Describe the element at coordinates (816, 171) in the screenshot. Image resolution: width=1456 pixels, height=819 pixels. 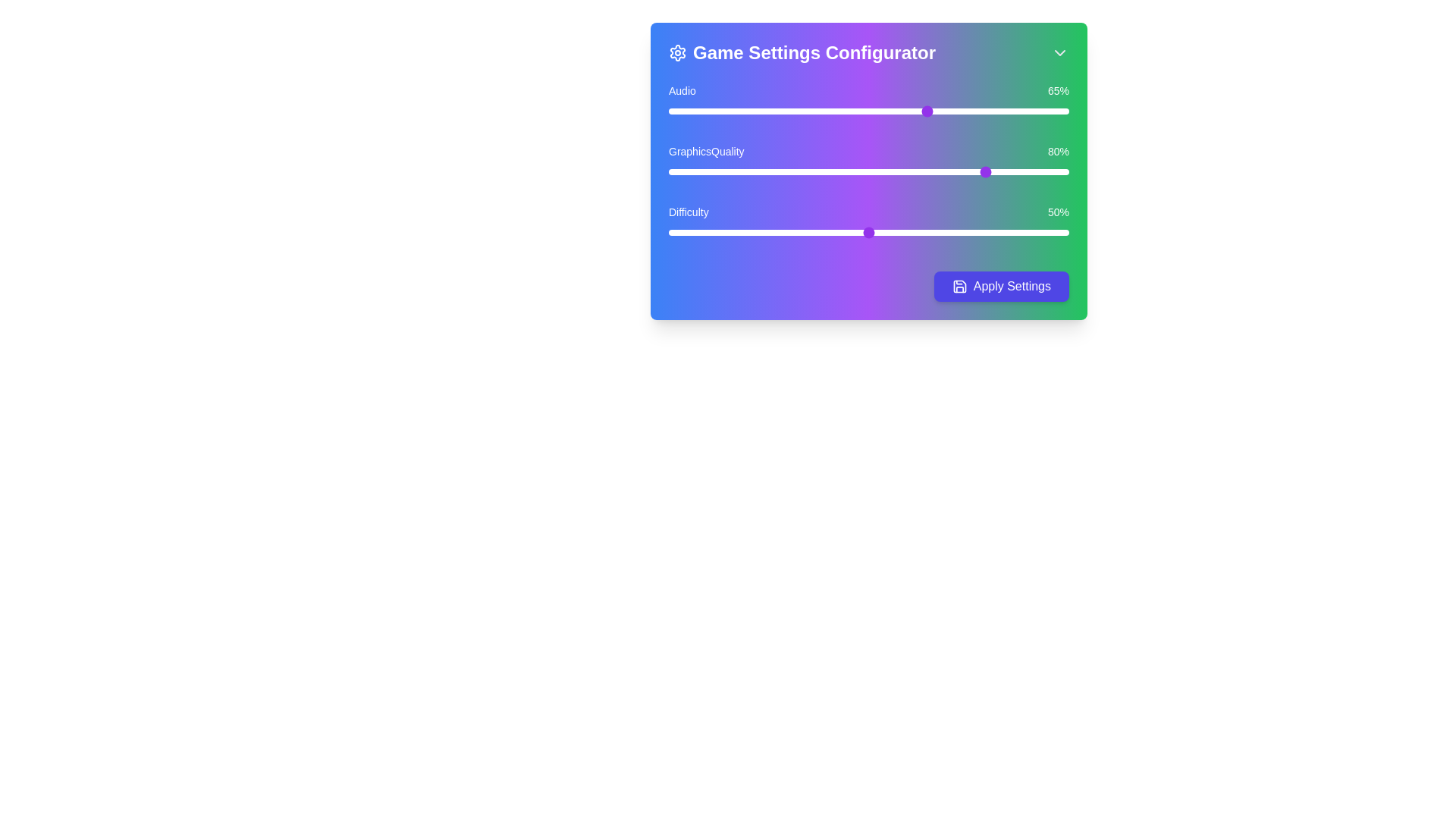
I see `the Graphics Quality` at that location.